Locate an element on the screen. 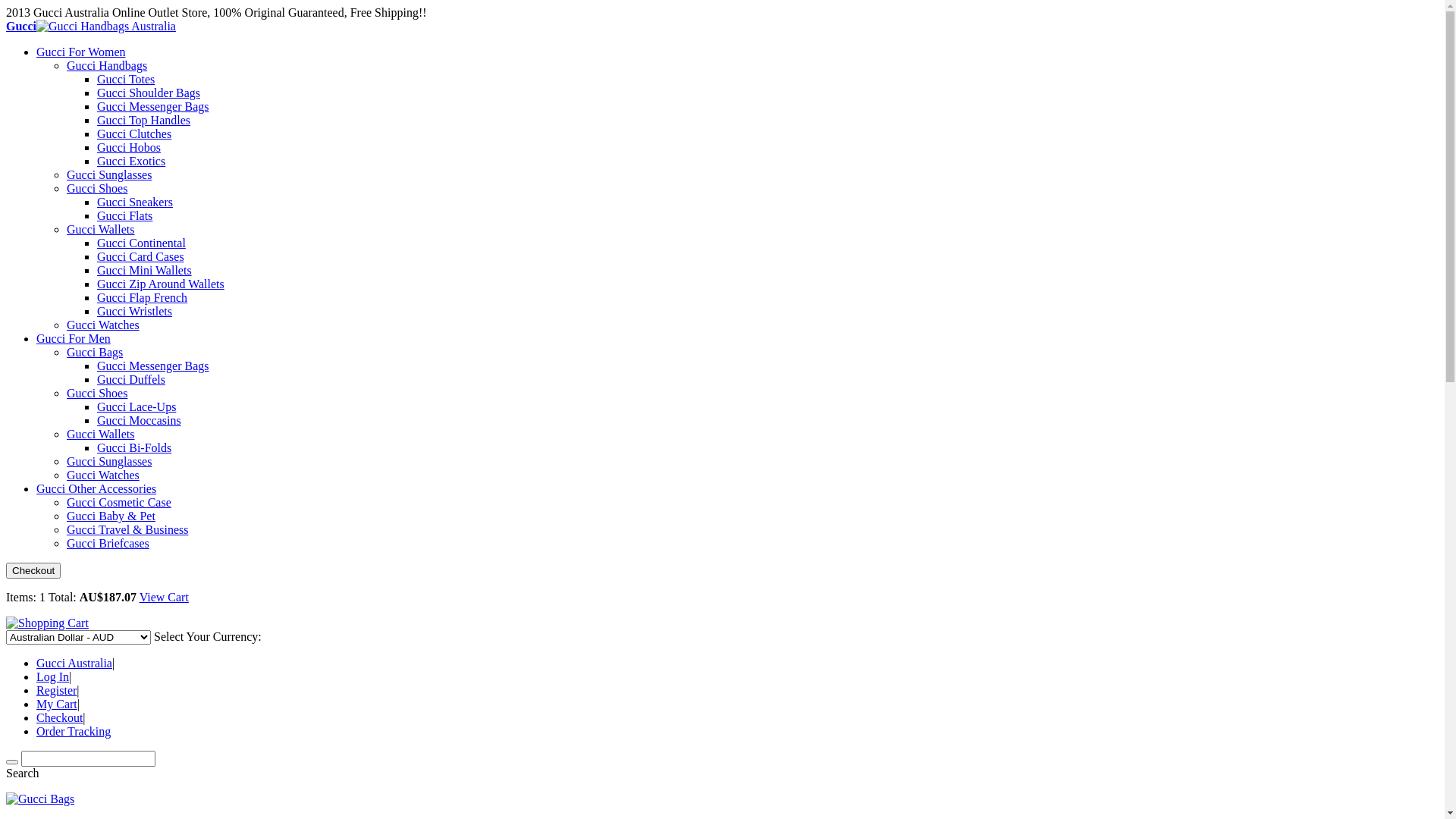 The width and height of the screenshot is (1456, 819). 'Gucci Baby & Pet' is located at coordinates (110, 515).